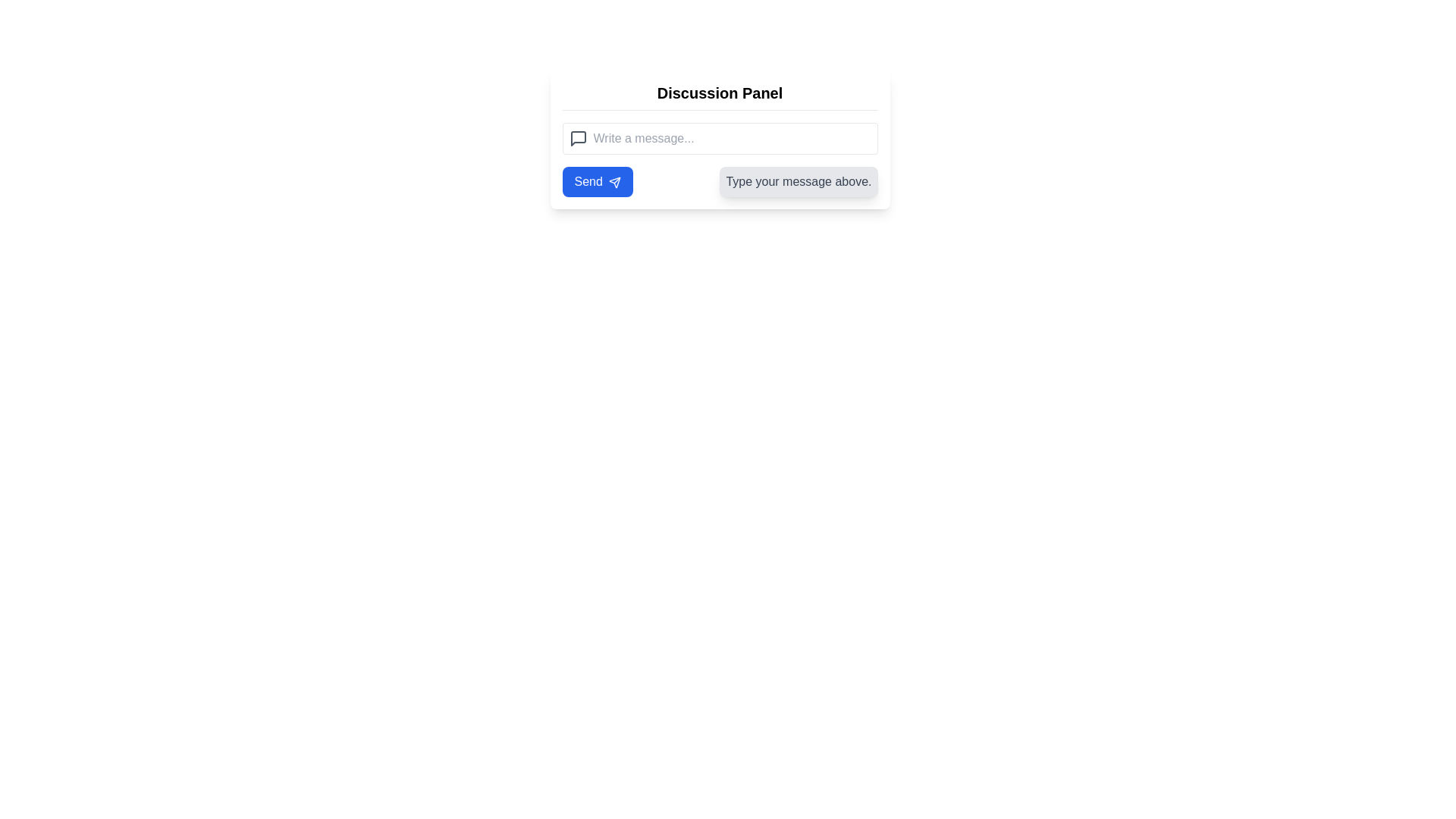  Describe the element at coordinates (615, 181) in the screenshot. I see `the small triangular icon resembling a paper airplane, located inside the blue 'Send' button in the bottom-left corner of the panel, for its symbolic function of sending a message` at that location.